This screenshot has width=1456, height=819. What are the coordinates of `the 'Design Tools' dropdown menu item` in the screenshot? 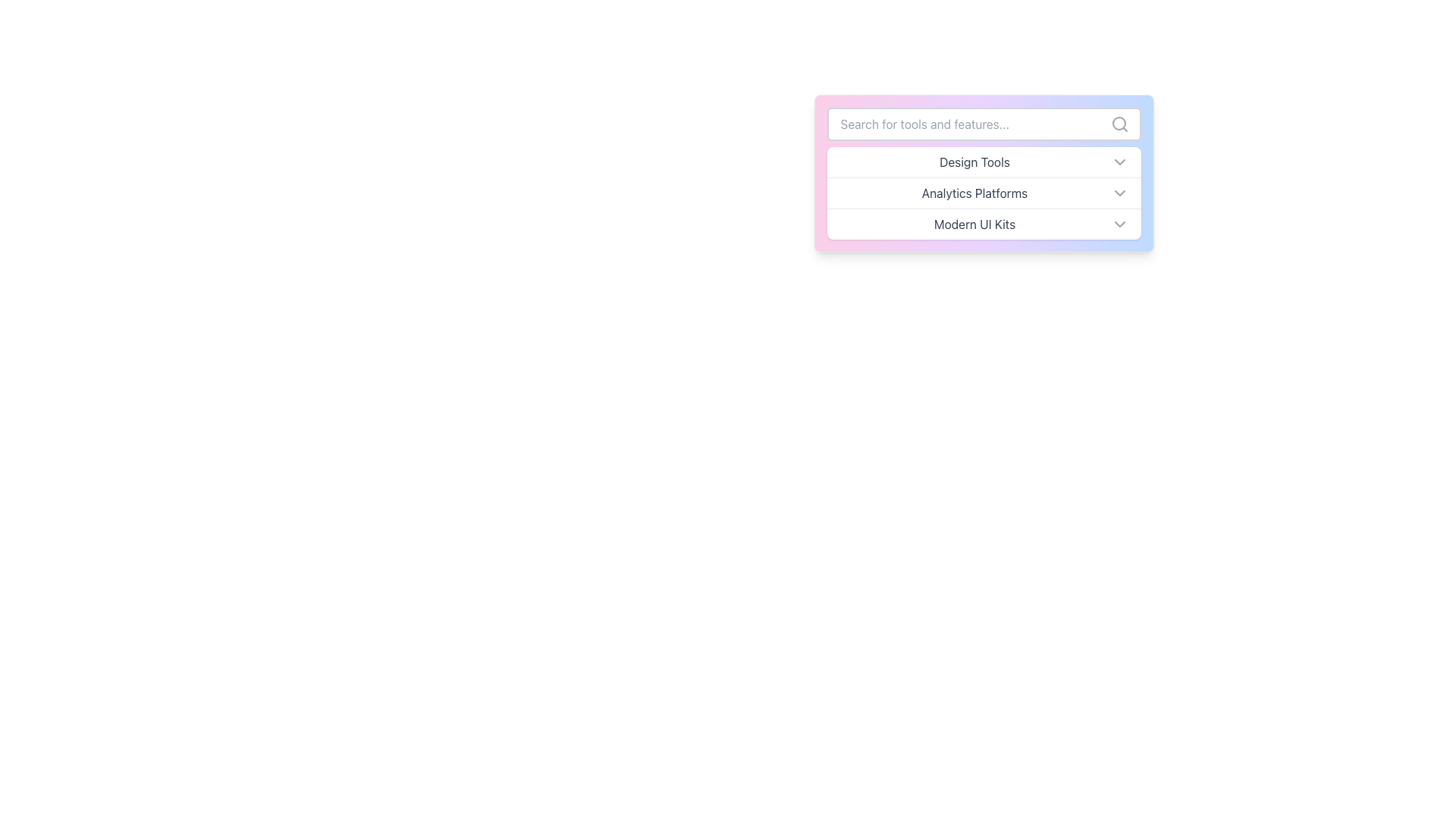 It's located at (984, 162).